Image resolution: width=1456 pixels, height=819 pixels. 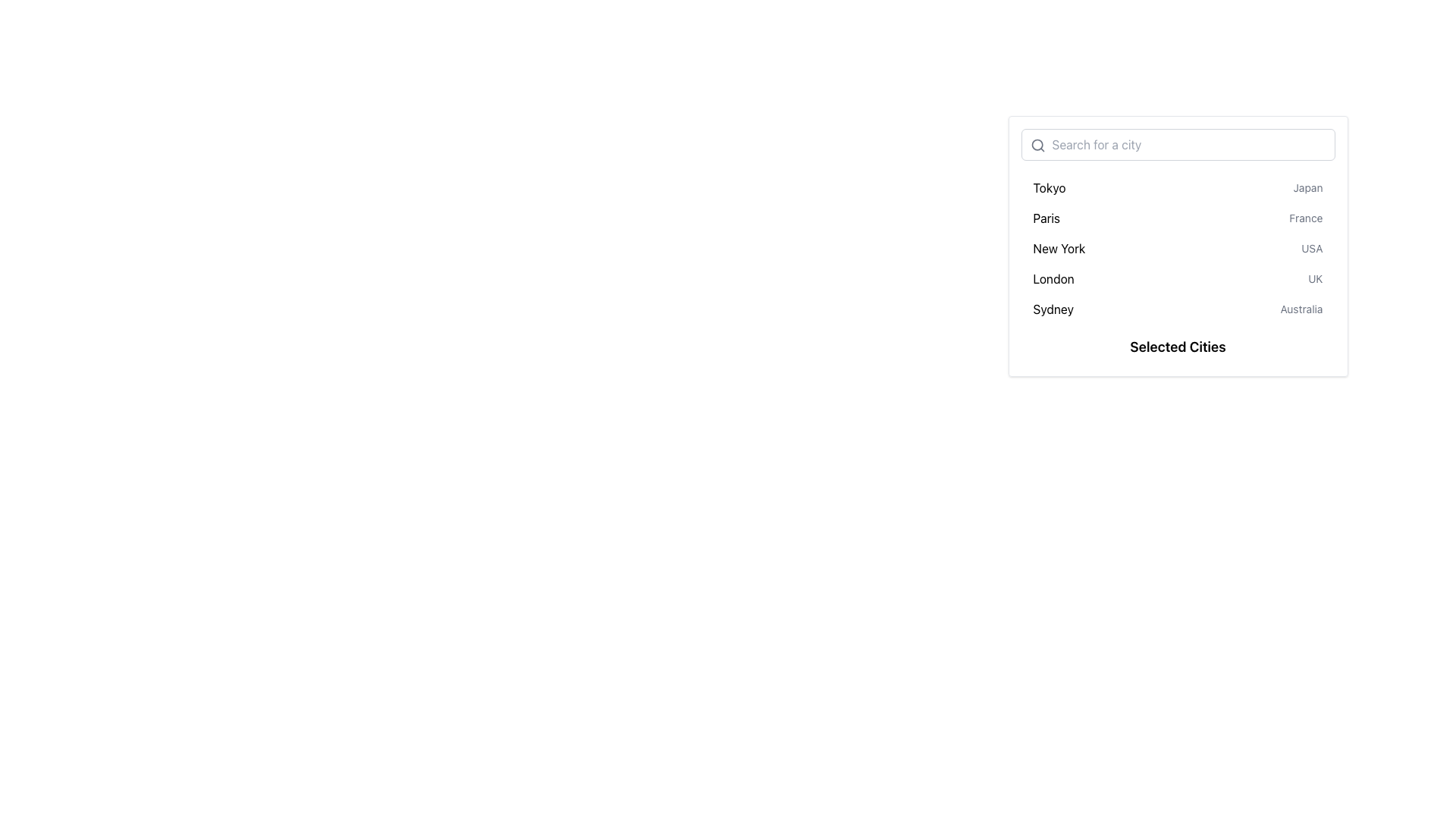 I want to click on the list item for 'London' in the vertical menu by tapping on it, so click(x=1177, y=278).